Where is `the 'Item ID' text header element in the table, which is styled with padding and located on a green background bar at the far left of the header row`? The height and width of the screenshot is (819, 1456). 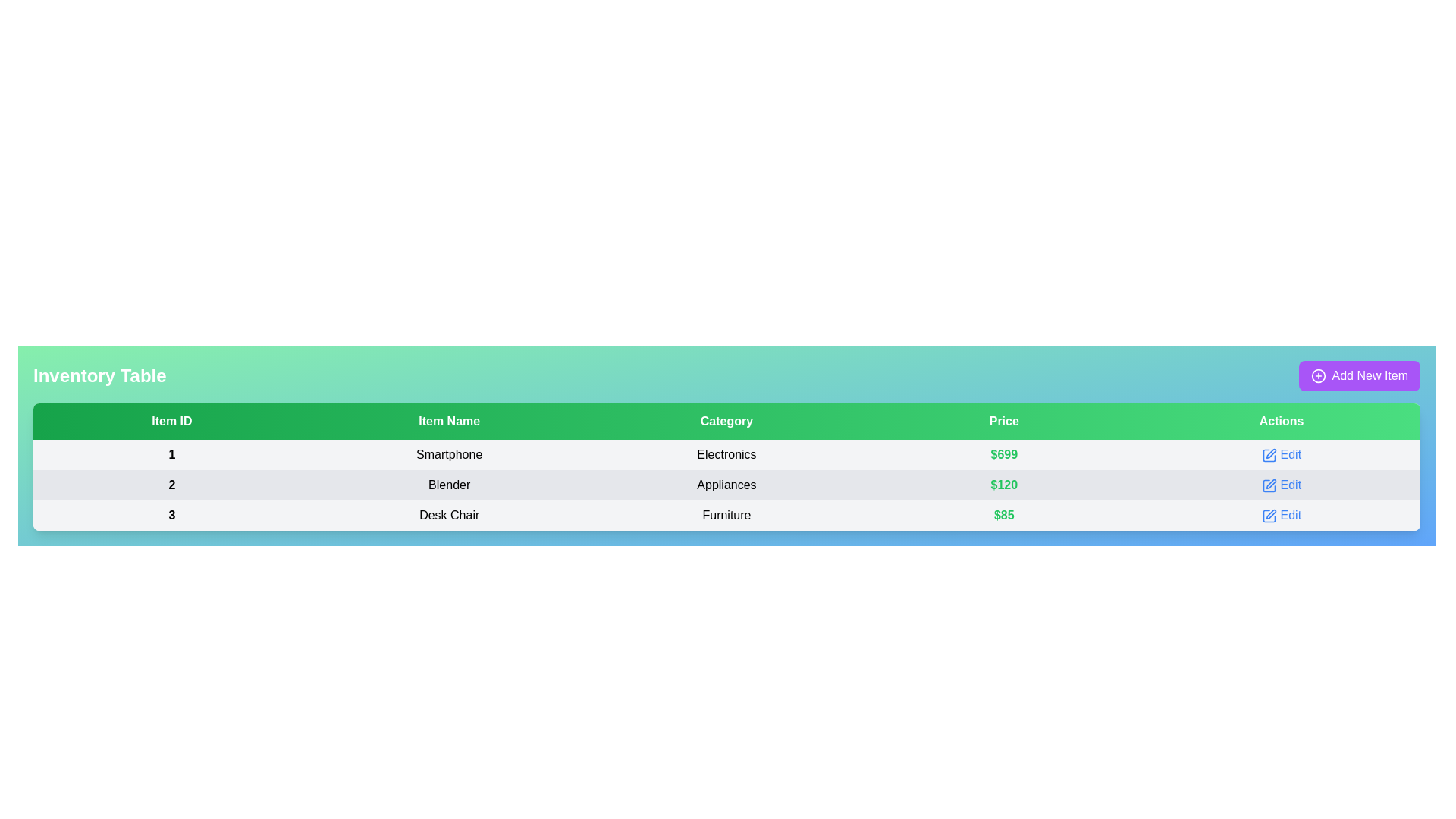
the 'Item ID' text header element in the table, which is styled with padding and located on a green background bar at the far left of the header row is located at coordinates (171, 421).